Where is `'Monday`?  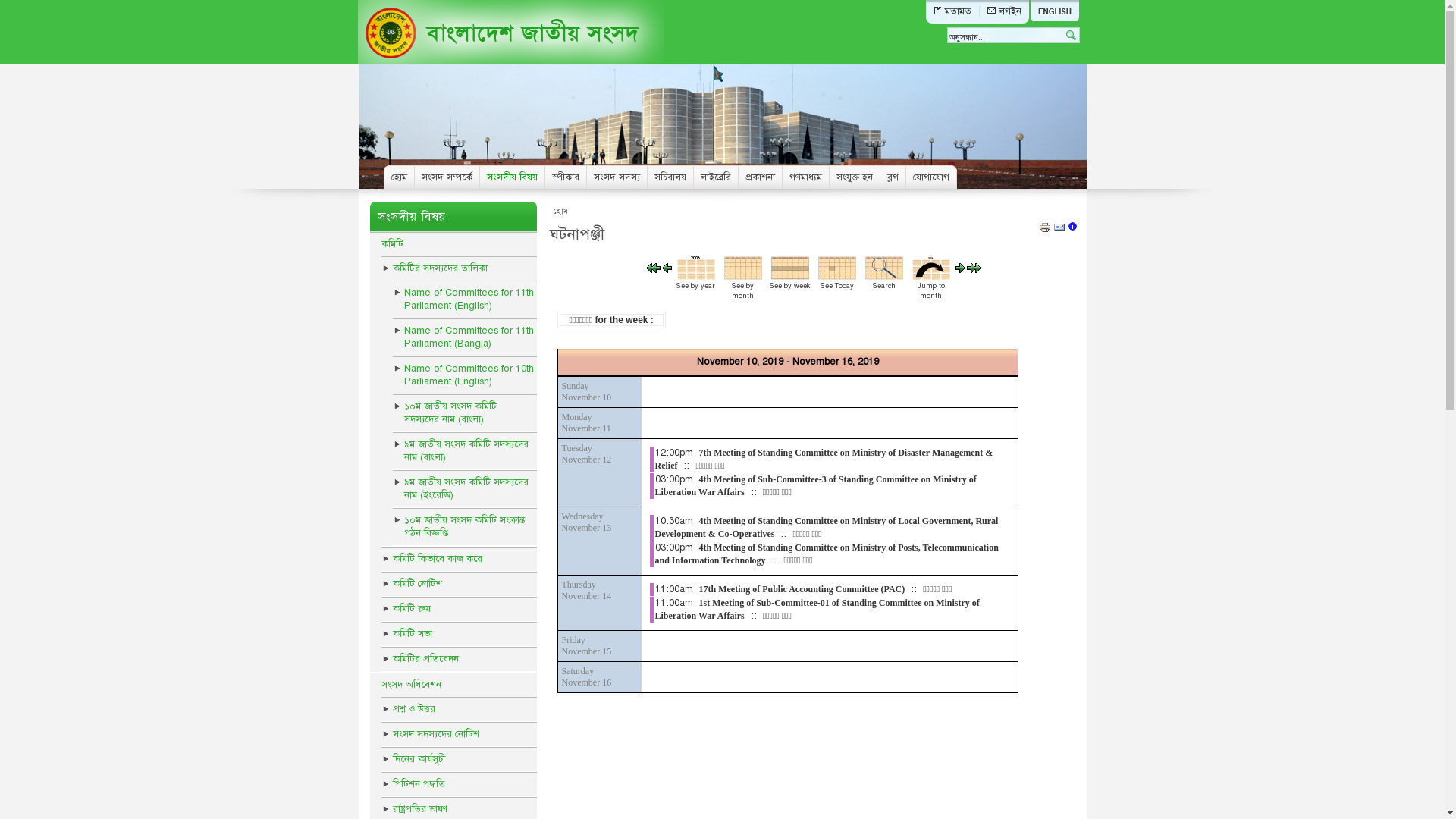 'Monday is located at coordinates (560, 422).